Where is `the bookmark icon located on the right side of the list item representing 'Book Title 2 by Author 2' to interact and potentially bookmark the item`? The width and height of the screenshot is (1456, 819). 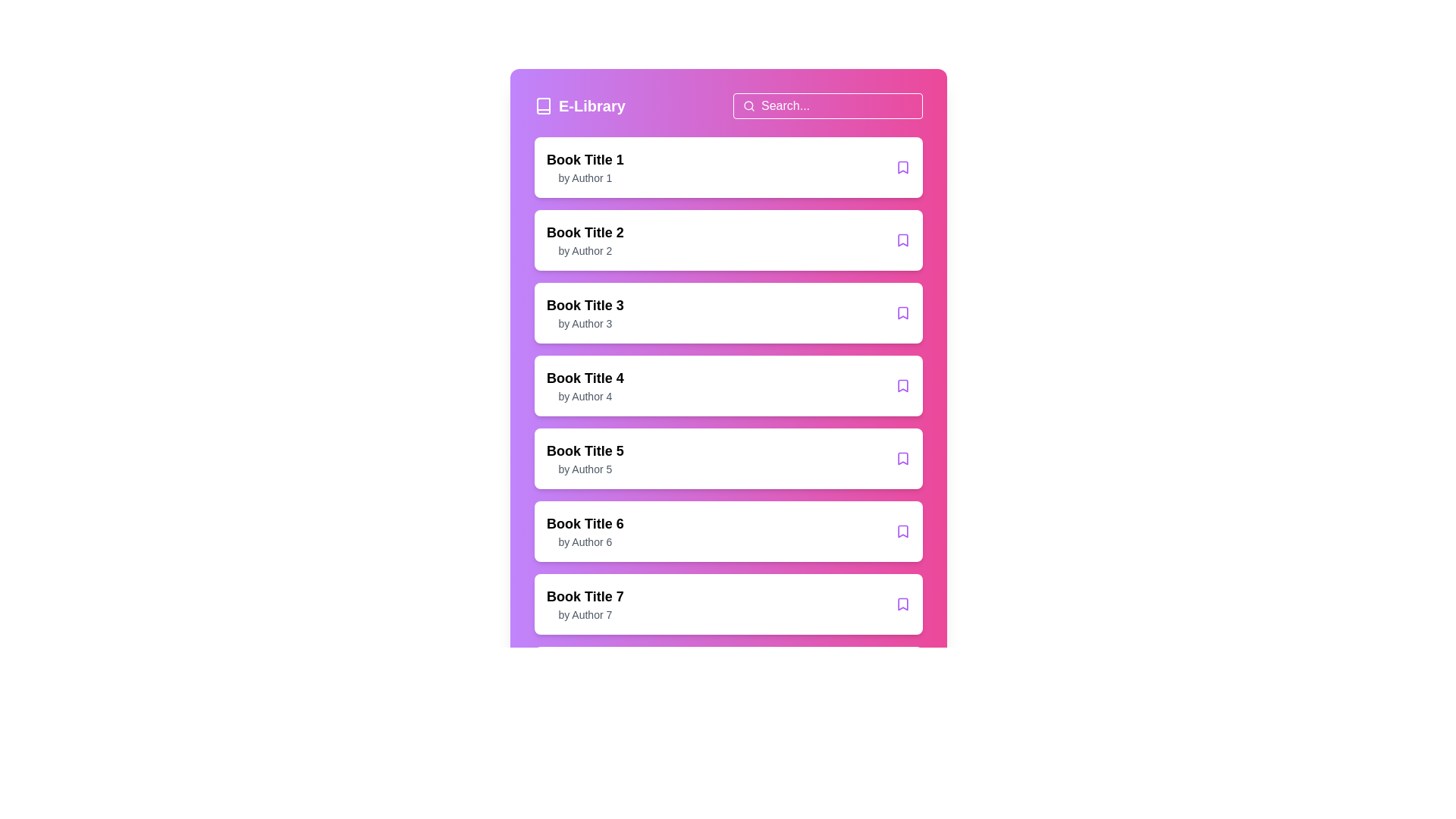
the bookmark icon located on the right side of the list item representing 'Book Title 2 by Author 2' to interact and potentially bookmark the item is located at coordinates (902, 239).